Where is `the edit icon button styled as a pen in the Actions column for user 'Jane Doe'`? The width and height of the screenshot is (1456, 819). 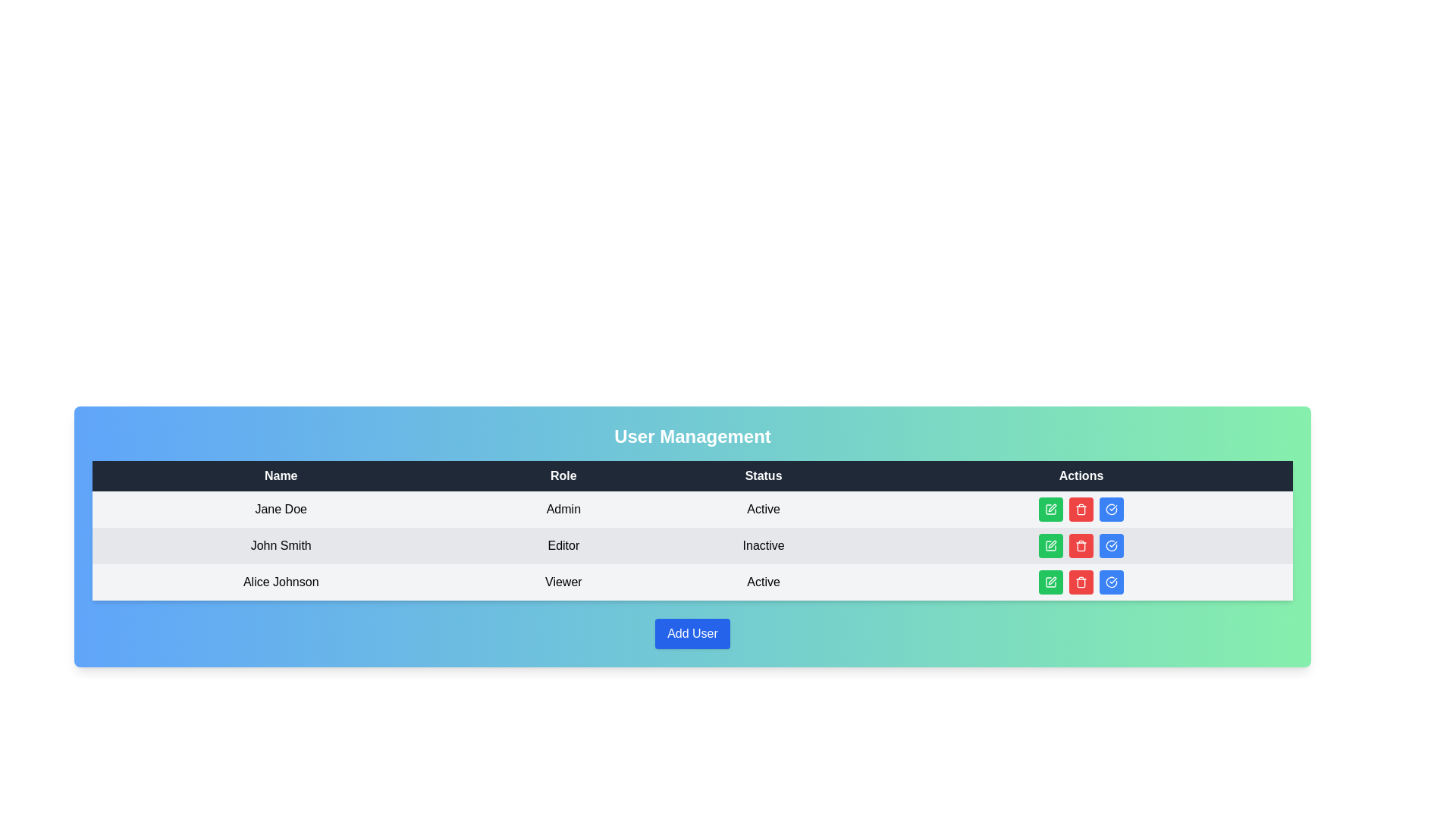 the edit icon button styled as a pen in the Actions column for user 'Jane Doe' is located at coordinates (1050, 509).